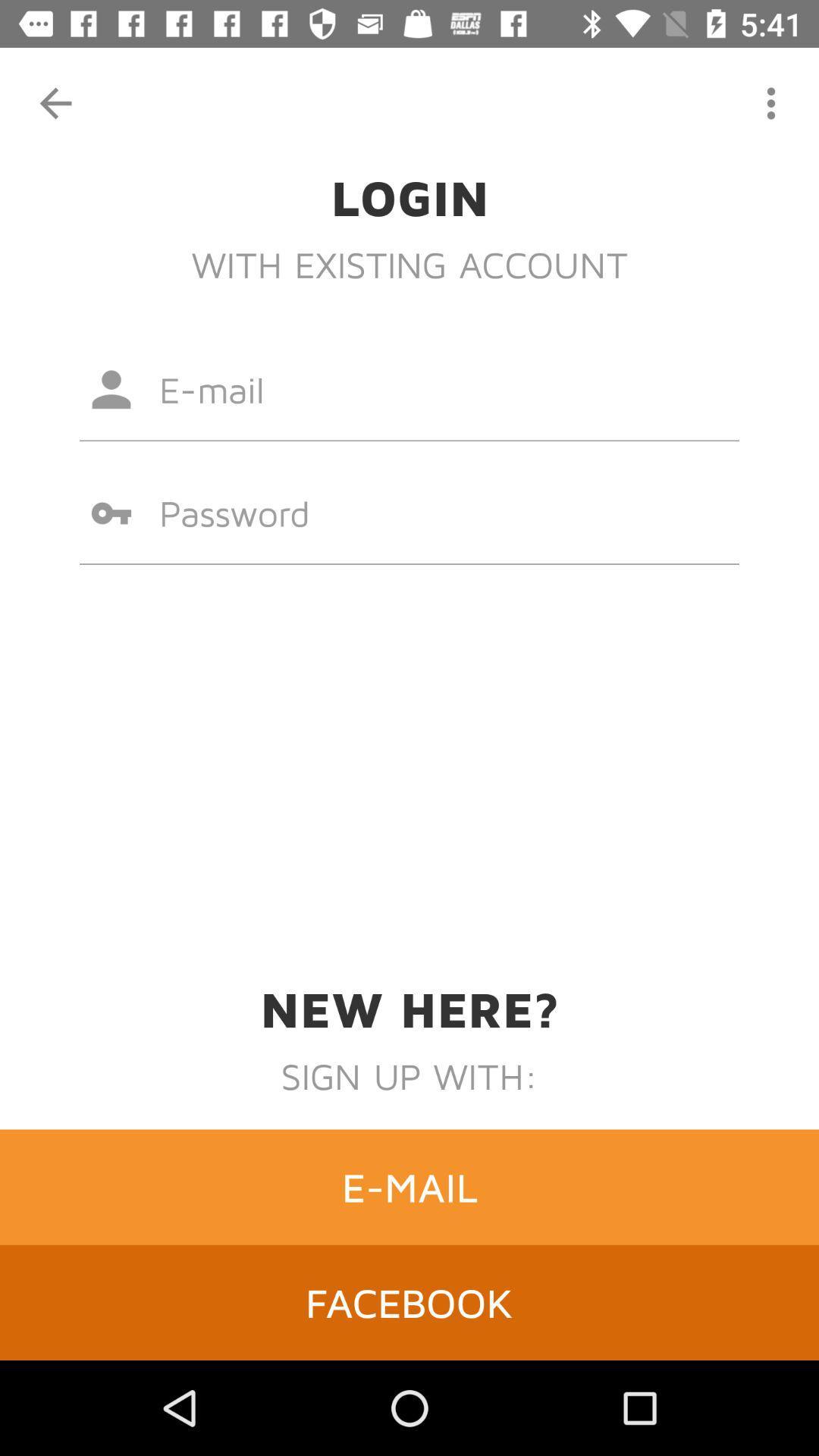  Describe the element at coordinates (409, 1186) in the screenshot. I see `e-mail` at that location.